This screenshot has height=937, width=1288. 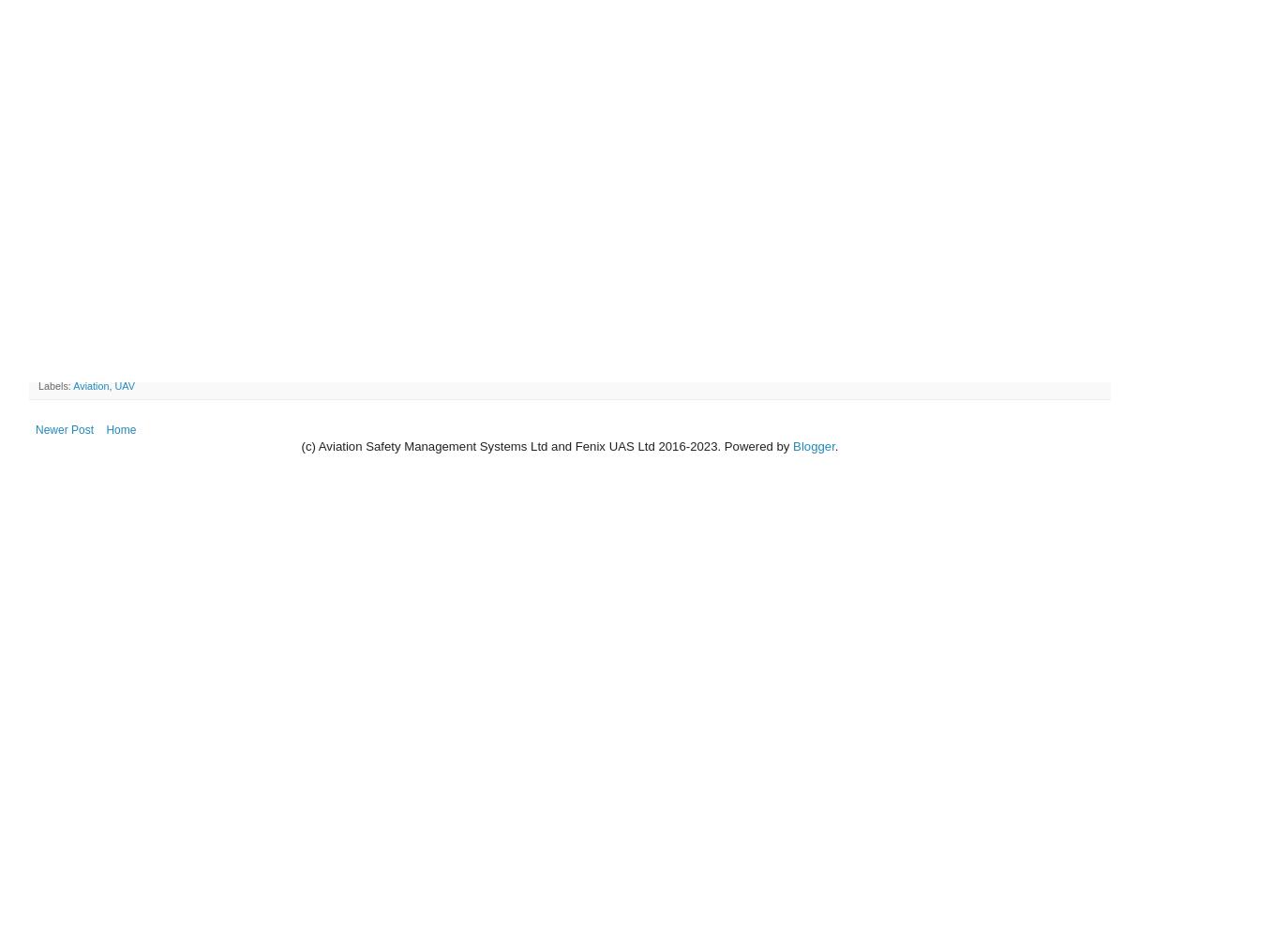 I want to click on 'BlogThis!', so click(x=83, y=369).